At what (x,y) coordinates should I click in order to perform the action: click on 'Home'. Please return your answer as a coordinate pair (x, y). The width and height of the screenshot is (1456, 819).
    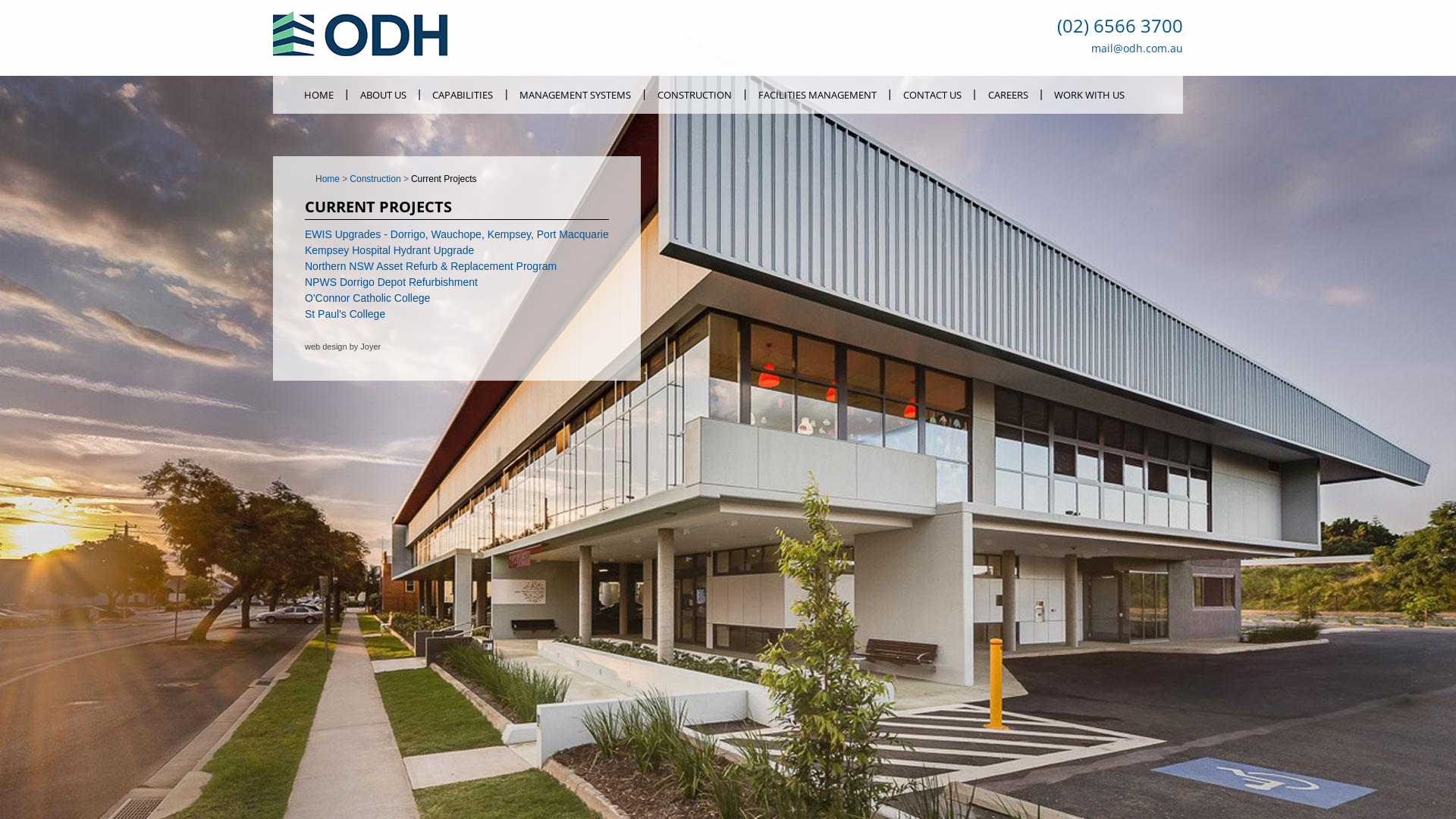
    Looking at the image, I should click on (315, 177).